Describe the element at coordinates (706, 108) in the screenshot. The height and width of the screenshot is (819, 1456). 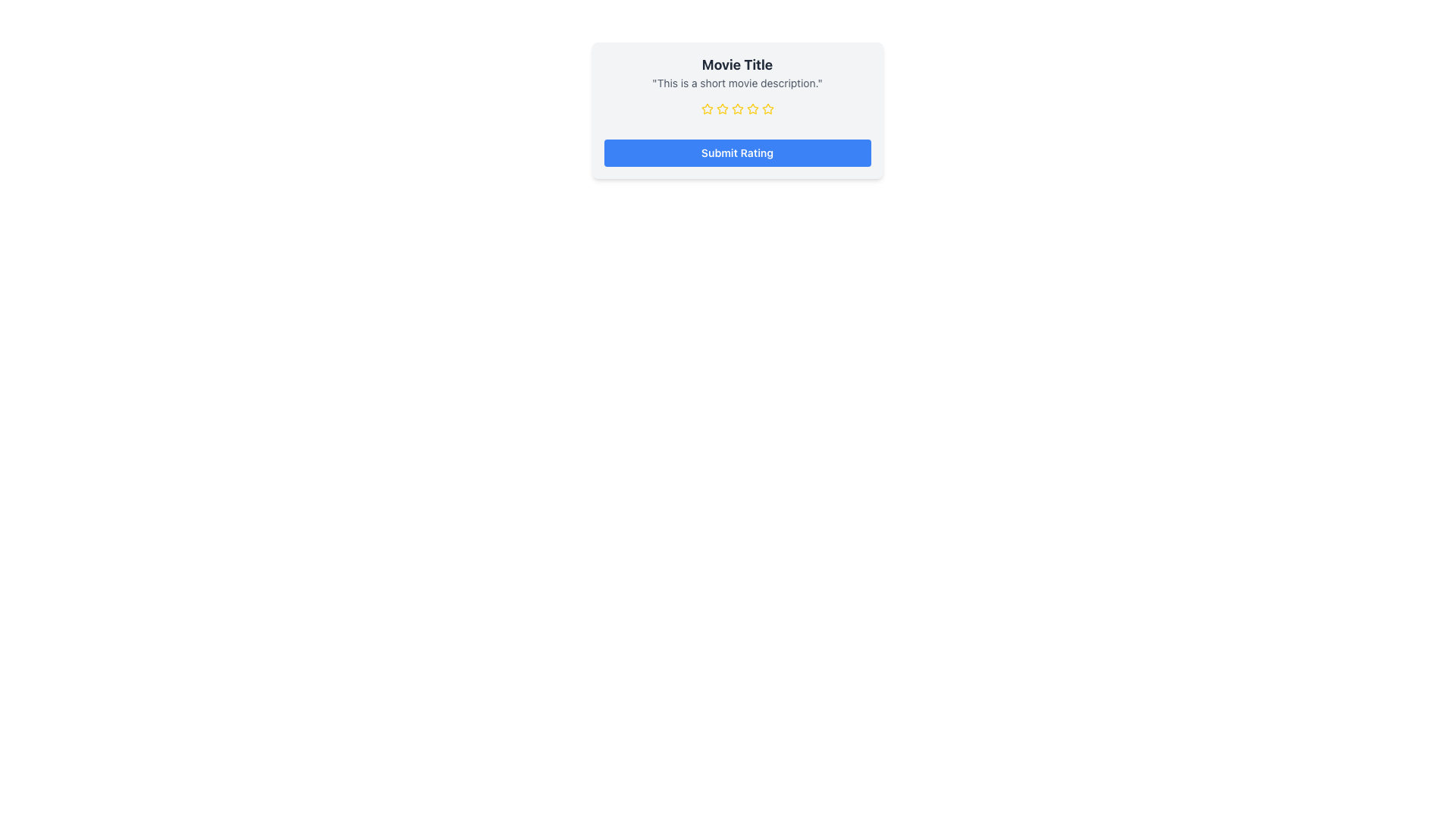
I see `the second star in the rating stars` at that location.